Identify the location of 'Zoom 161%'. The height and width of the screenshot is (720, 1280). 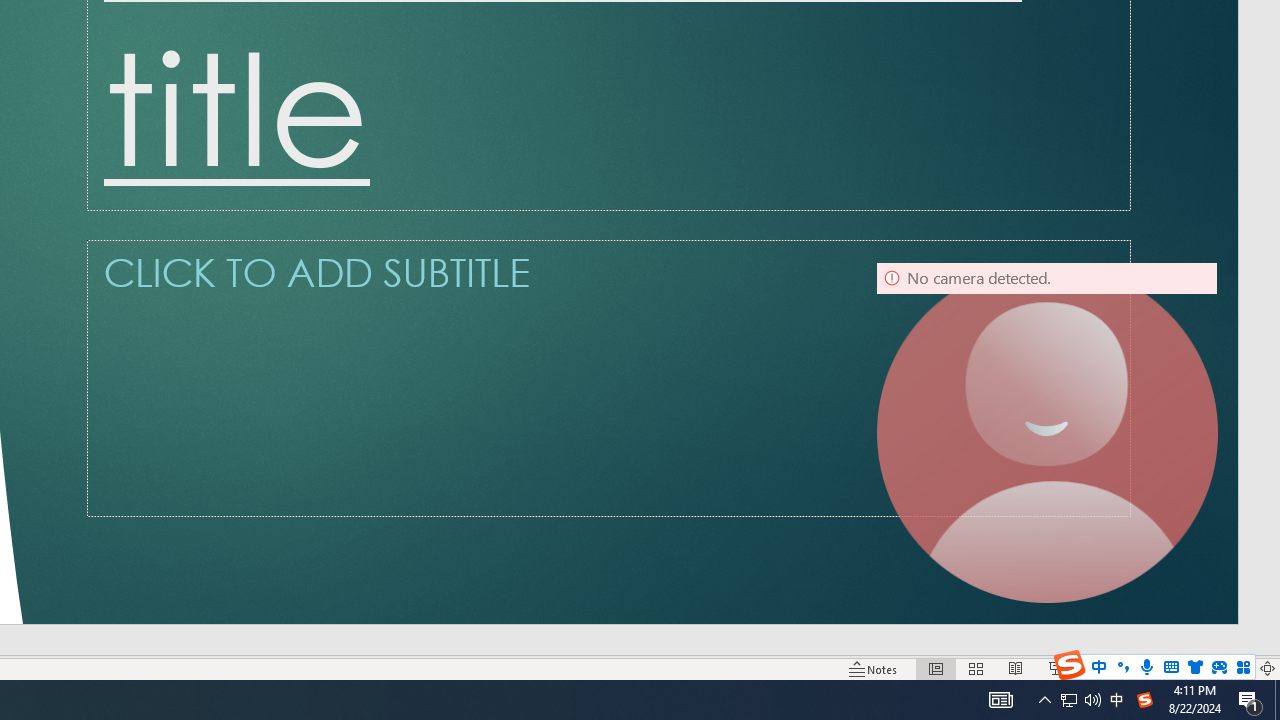
(1233, 669).